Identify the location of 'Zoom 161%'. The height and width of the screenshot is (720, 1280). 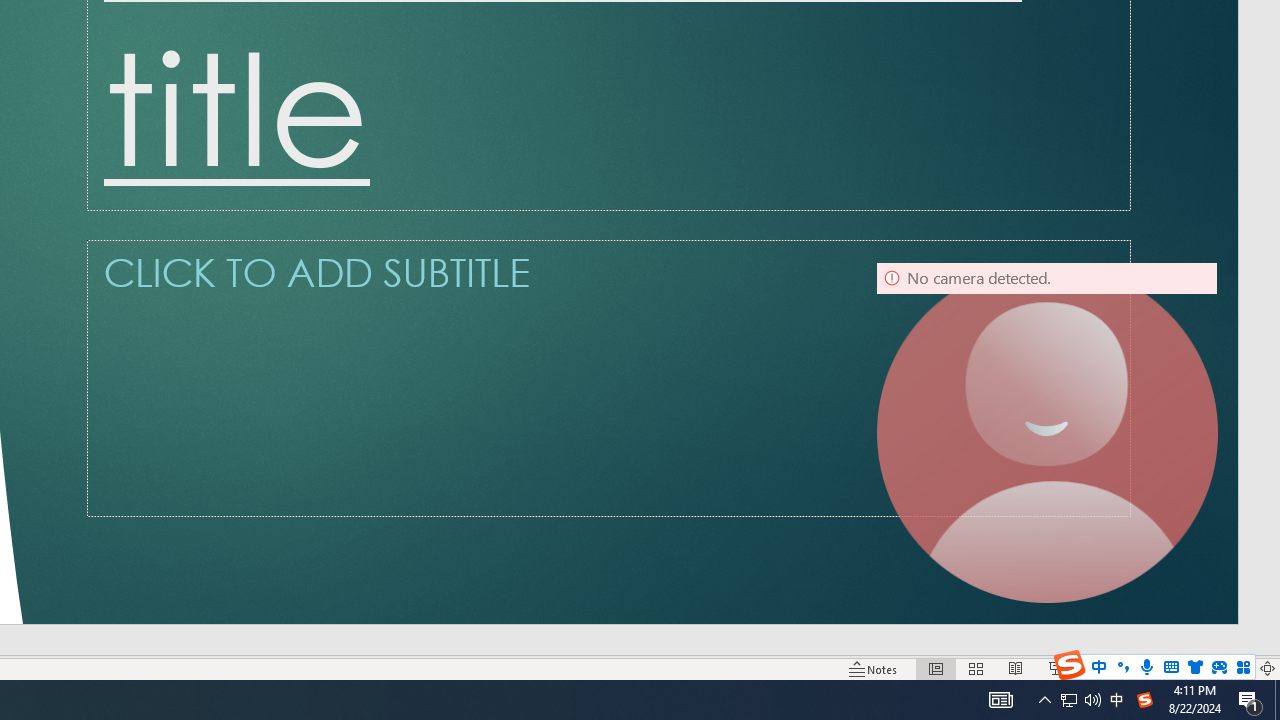
(1233, 669).